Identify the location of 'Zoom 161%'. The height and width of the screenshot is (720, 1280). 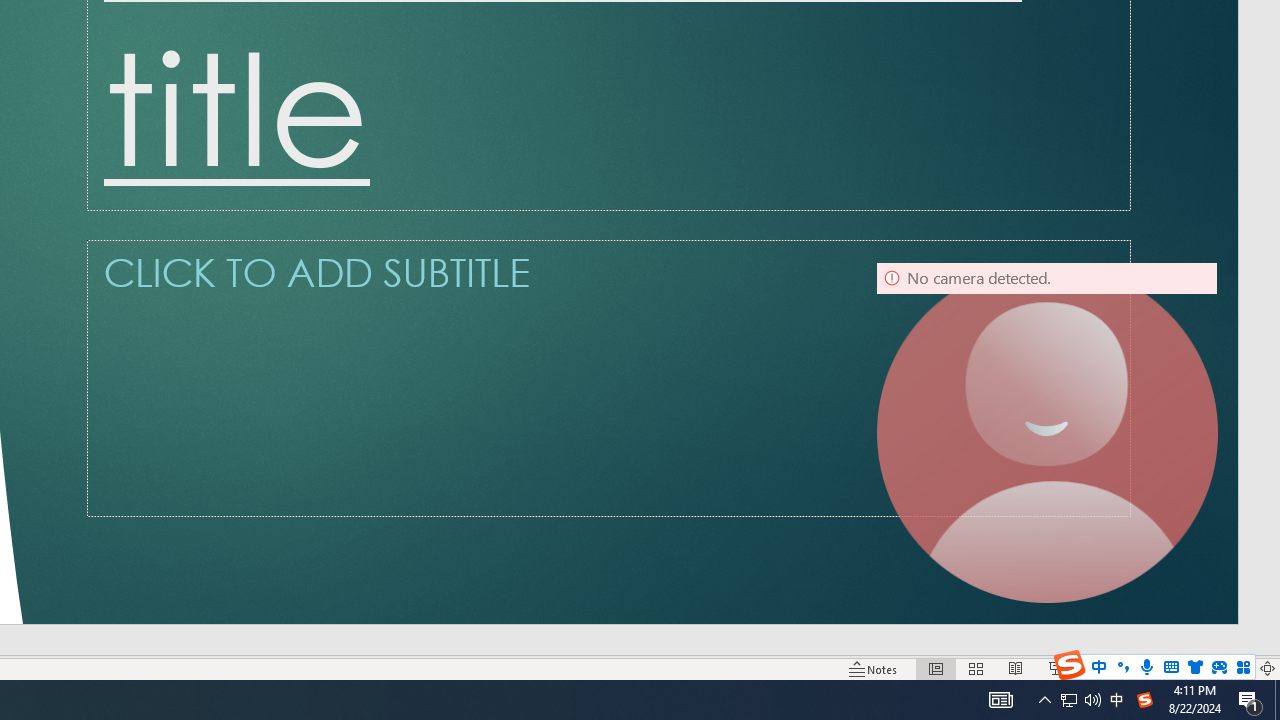
(1233, 669).